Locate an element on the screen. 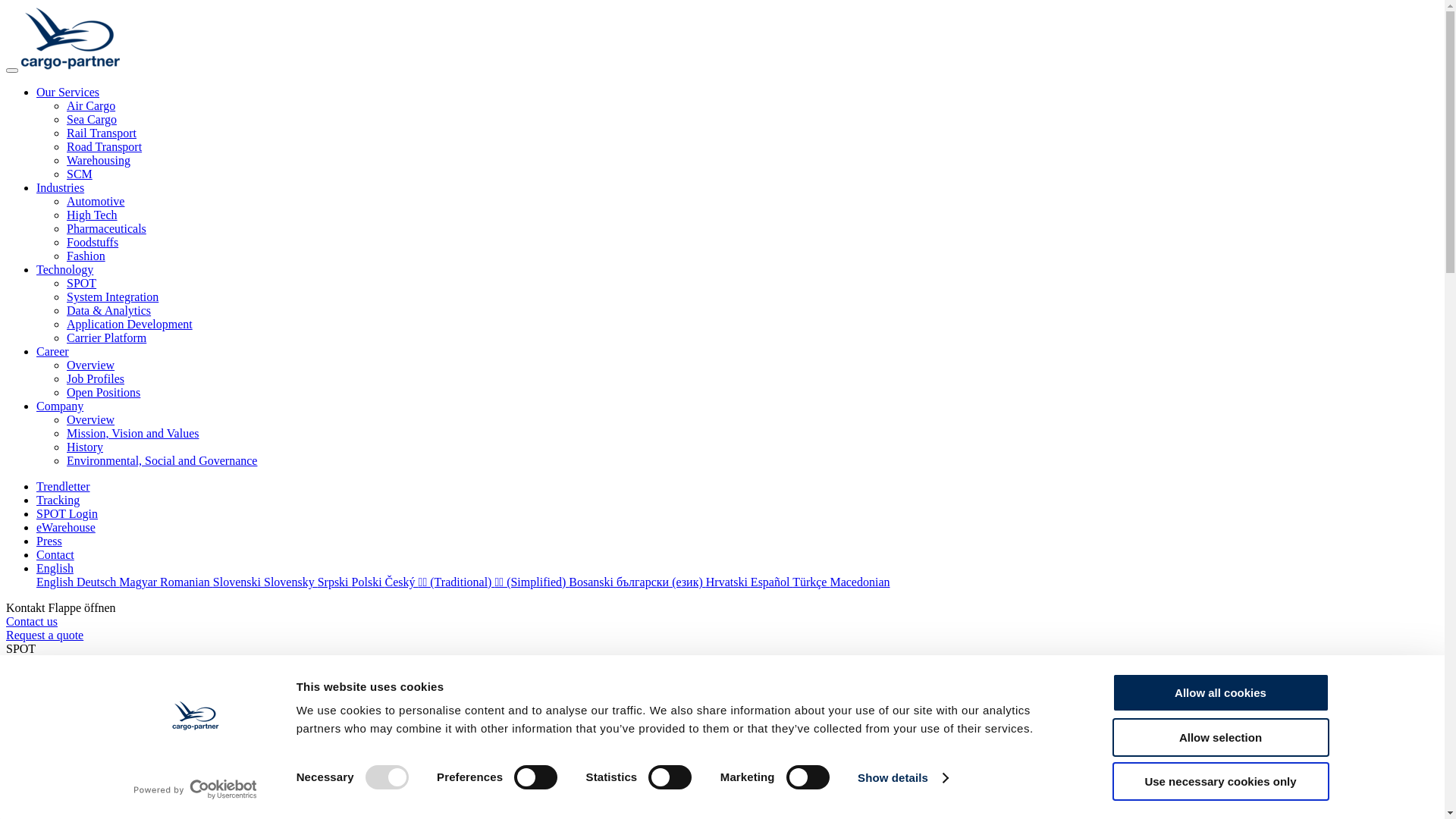 Image resolution: width=1456 pixels, height=819 pixels. 'SPOT Login' is located at coordinates (66, 513).